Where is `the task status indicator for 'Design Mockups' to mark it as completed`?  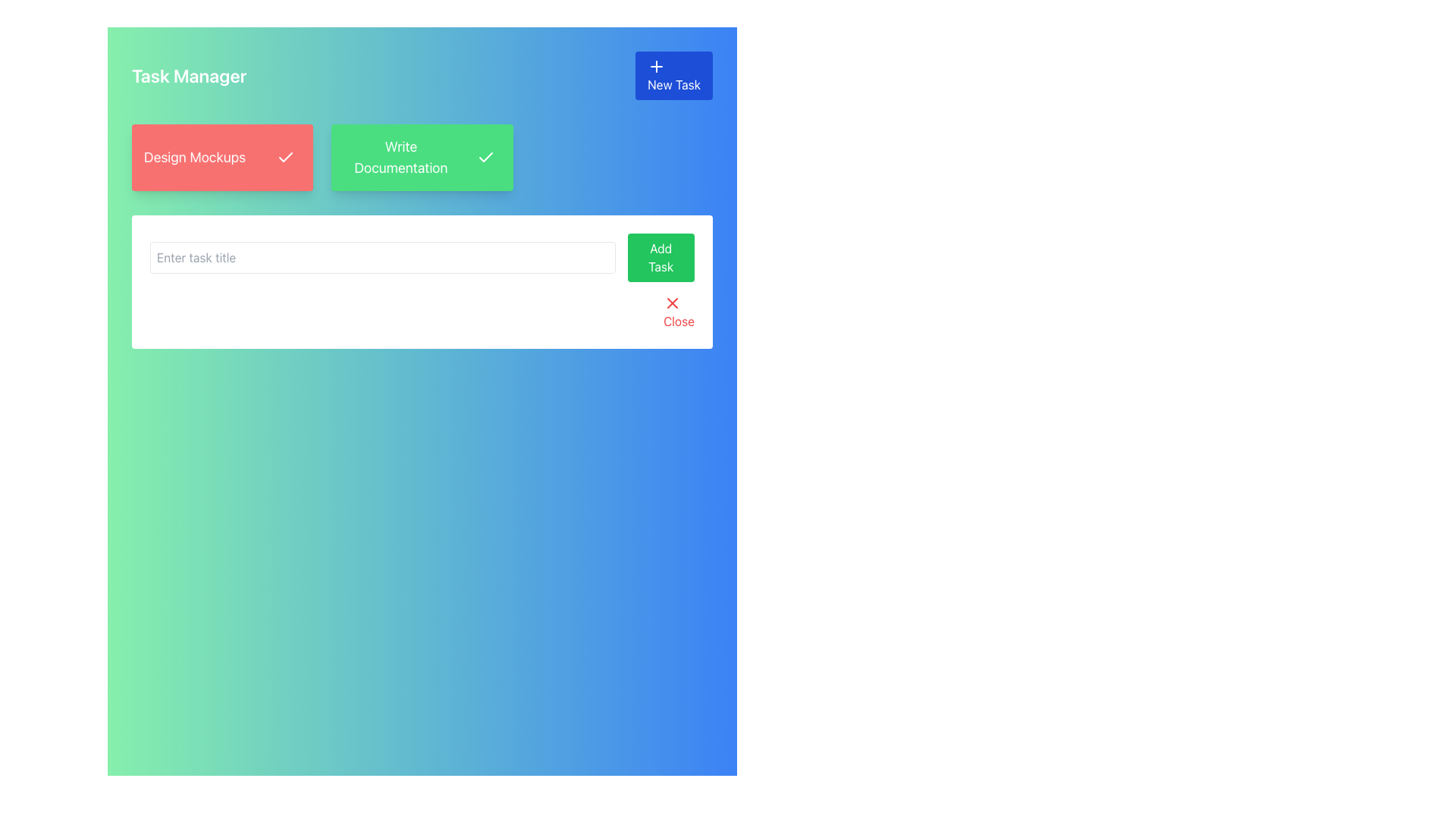 the task status indicator for 'Design Mockups' to mark it as completed is located at coordinates (221, 158).